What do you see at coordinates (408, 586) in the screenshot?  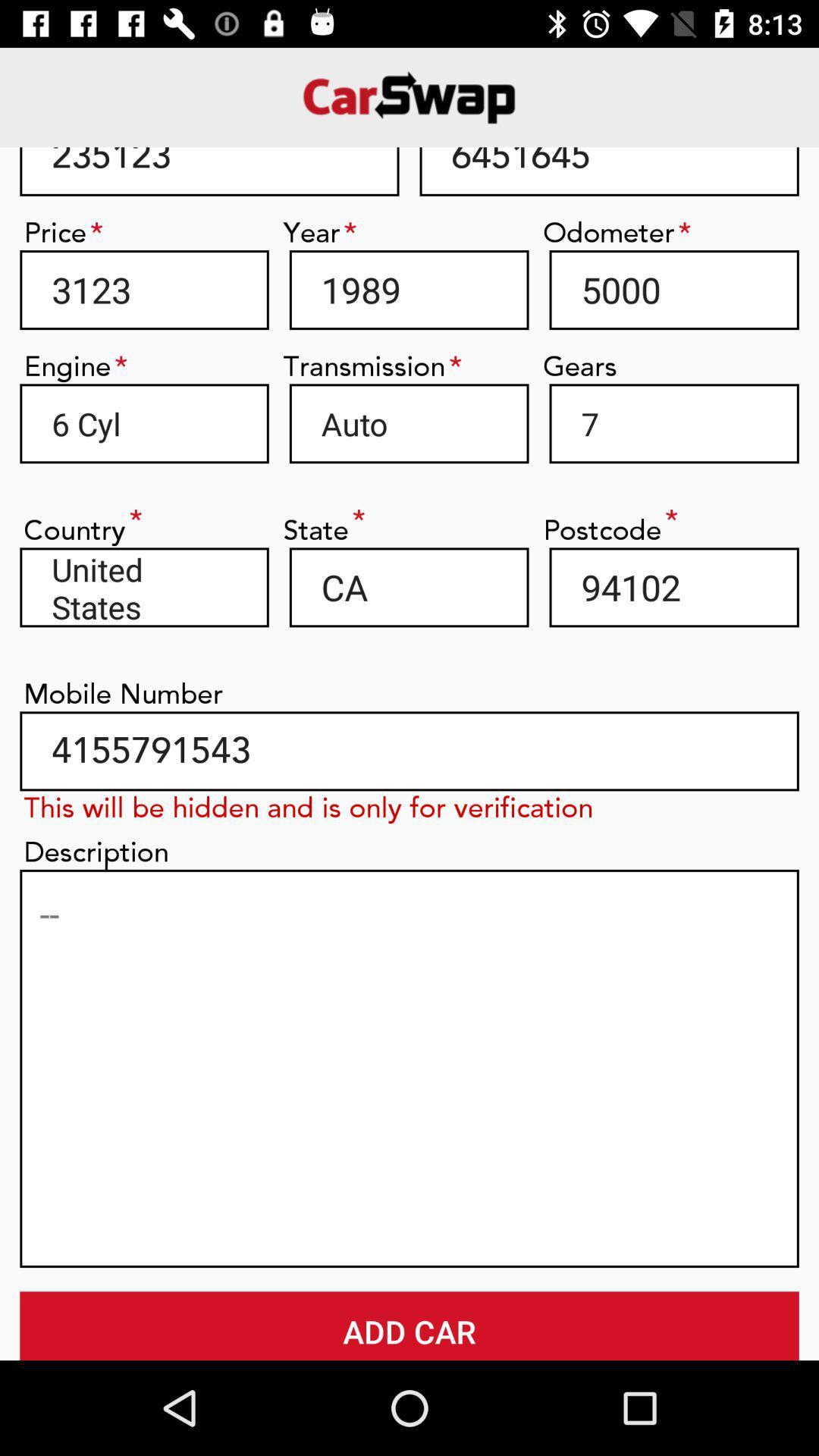 I see `item next to postcode icon` at bounding box center [408, 586].